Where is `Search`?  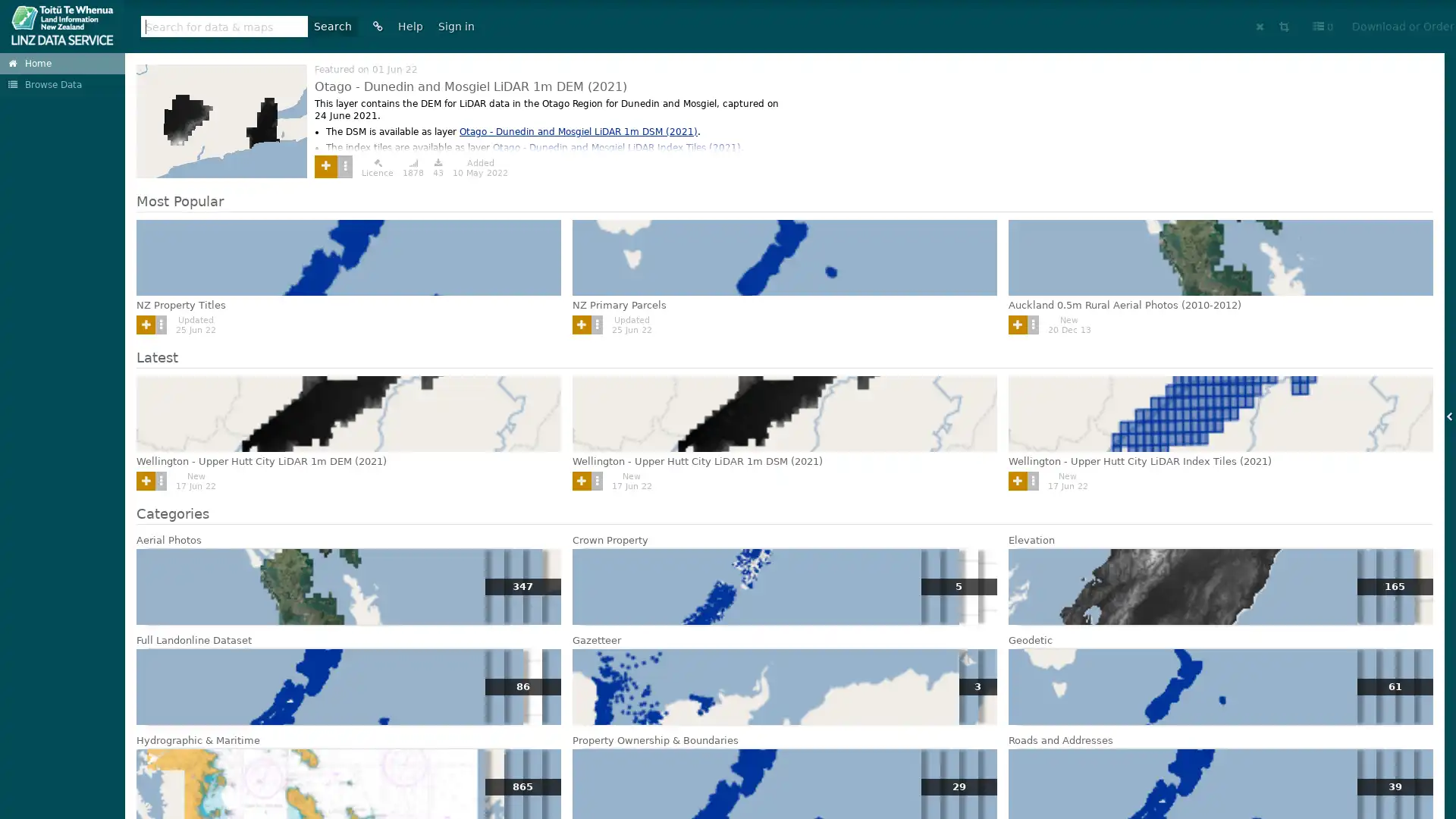 Search is located at coordinates (331, 26).